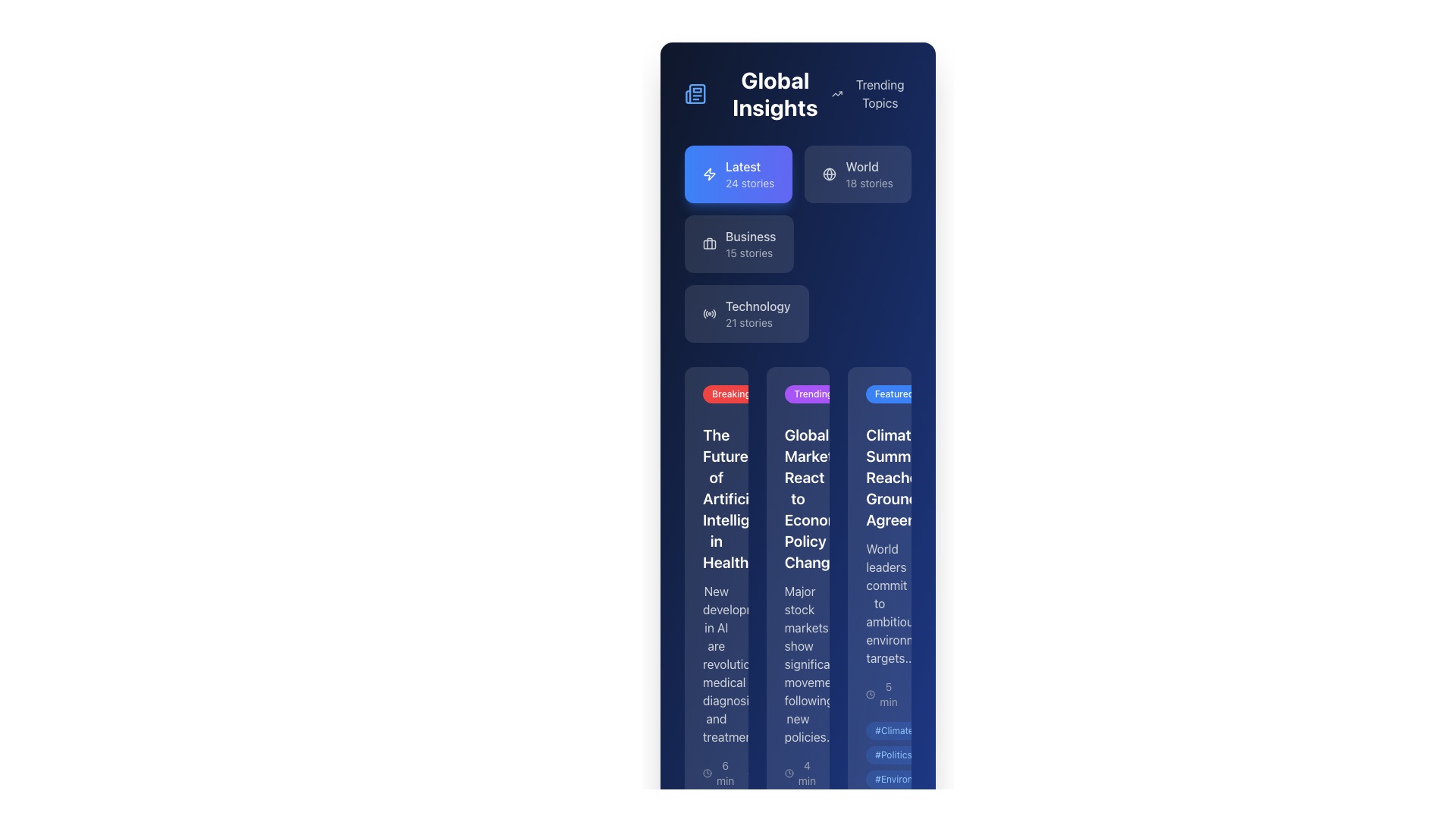 The width and height of the screenshot is (1456, 819). Describe the element at coordinates (800, 773) in the screenshot. I see `the surrounding area of the text label displaying '4 min' with a clock icon, located at the bottom of the second card in a vertical array of cards` at that location.